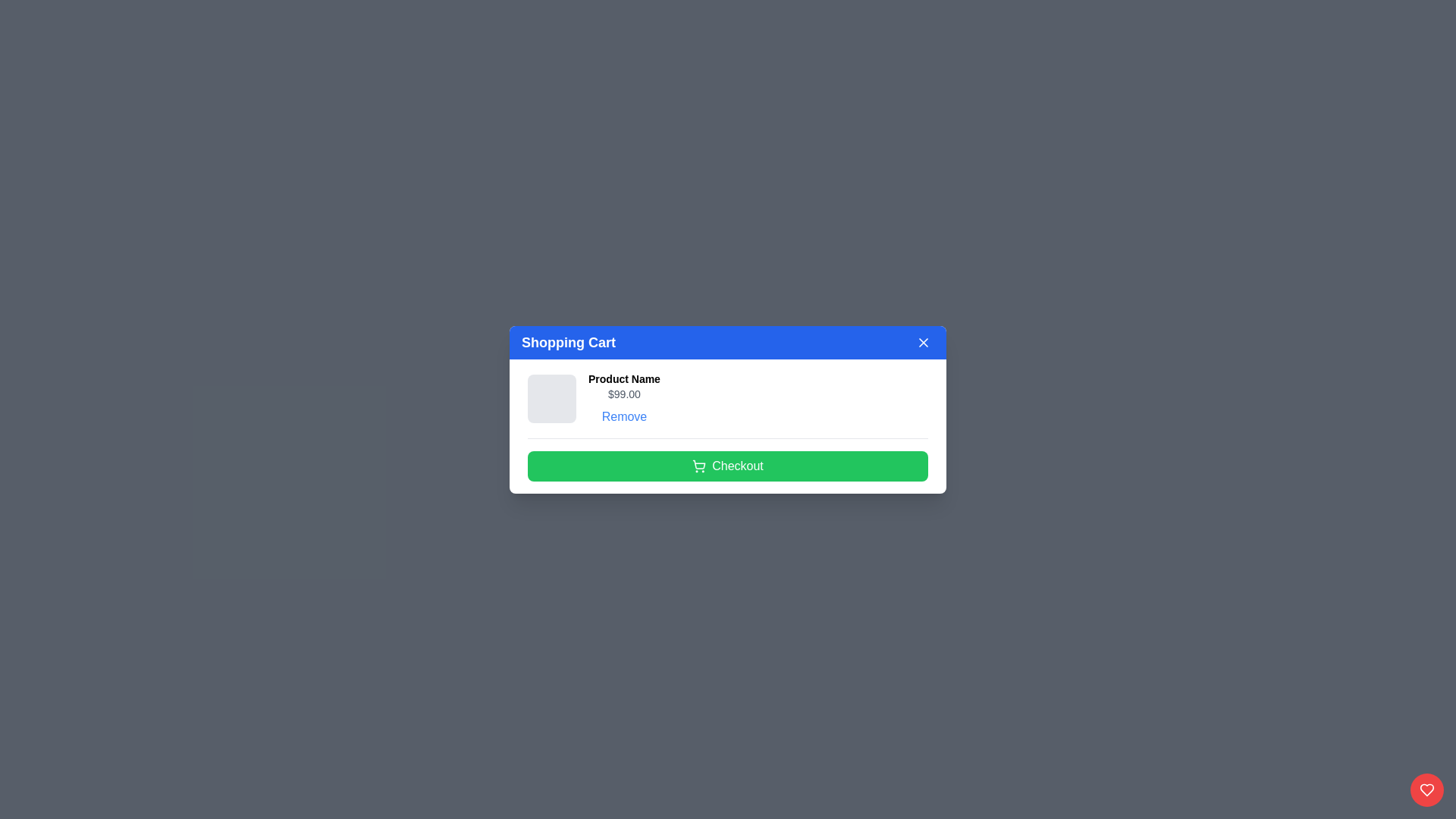 The width and height of the screenshot is (1456, 819). What do you see at coordinates (698, 463) in the screenshot?
I see `the shopping cart icon's body element, which is part of a larger graphic and positioned above and to the left of the wheels` at bounding box center [698, 463].